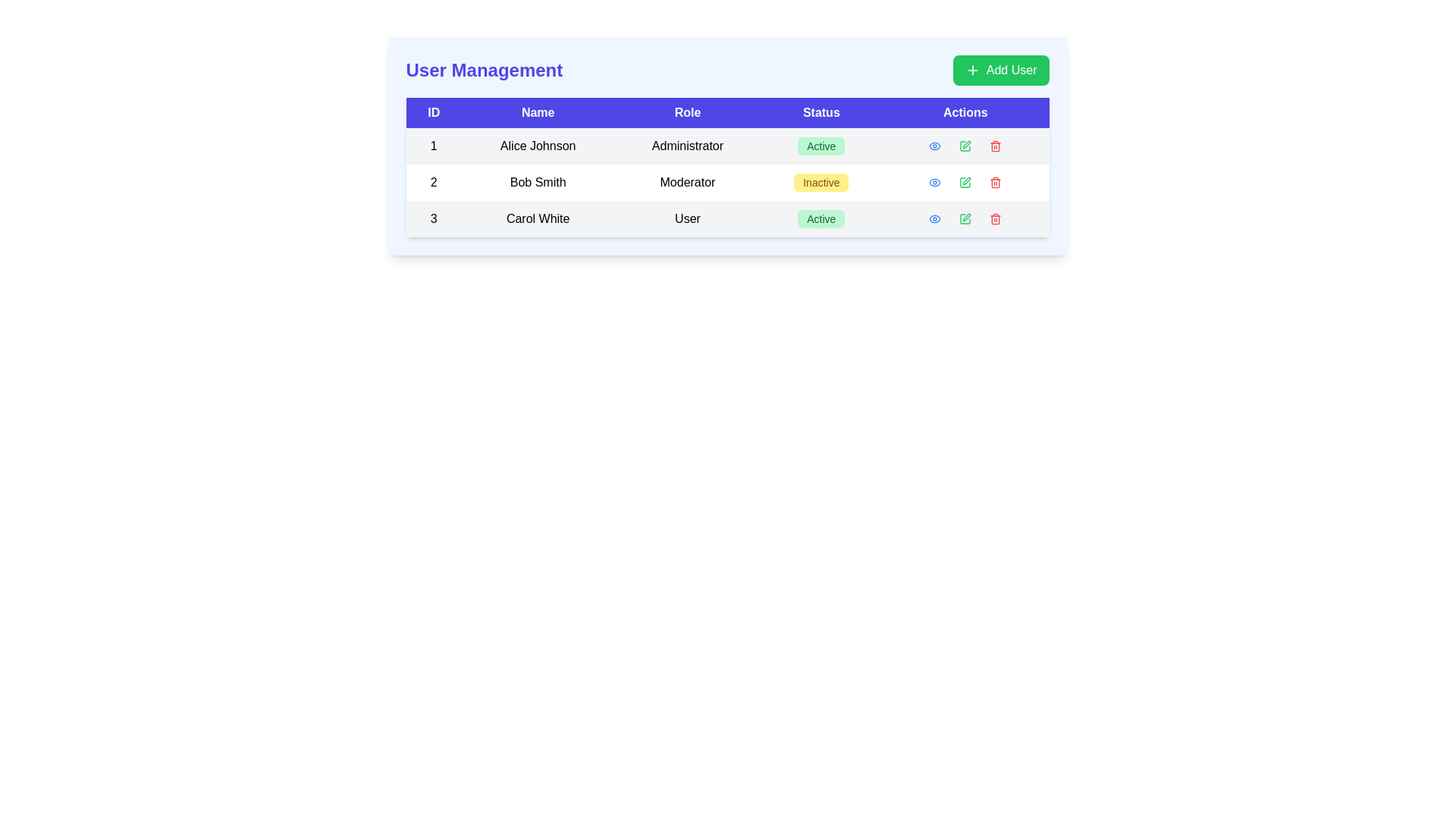 The image size is (1456, 819). What do you see at coordinates (821, 146) in the screenshot?
I see `the 'Active' badge, which is a rectangular box with rounded corners, light green background, and darker green text, located in the 'Status' column of the first row of the table` at bounding box center [821, 146].